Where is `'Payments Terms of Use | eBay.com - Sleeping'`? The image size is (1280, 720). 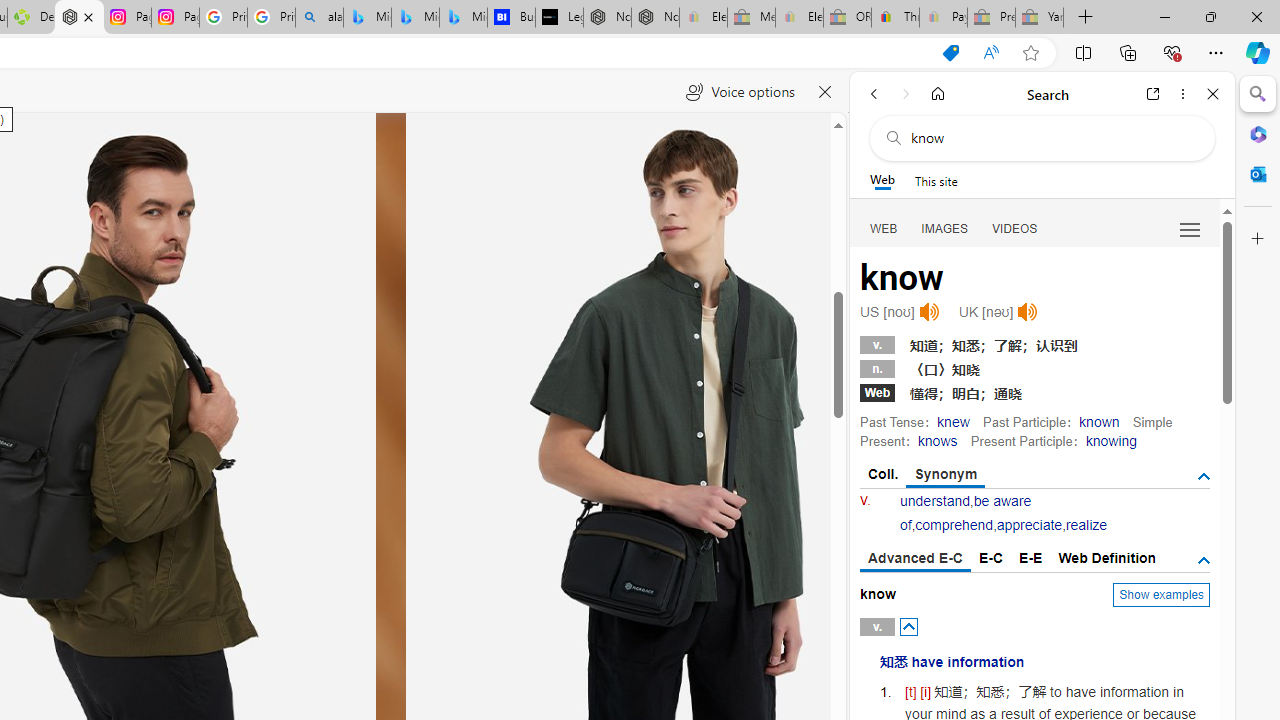
'Payments Terms of Use | eBay.com - Sleeping' is located at coordinates (942, 17).